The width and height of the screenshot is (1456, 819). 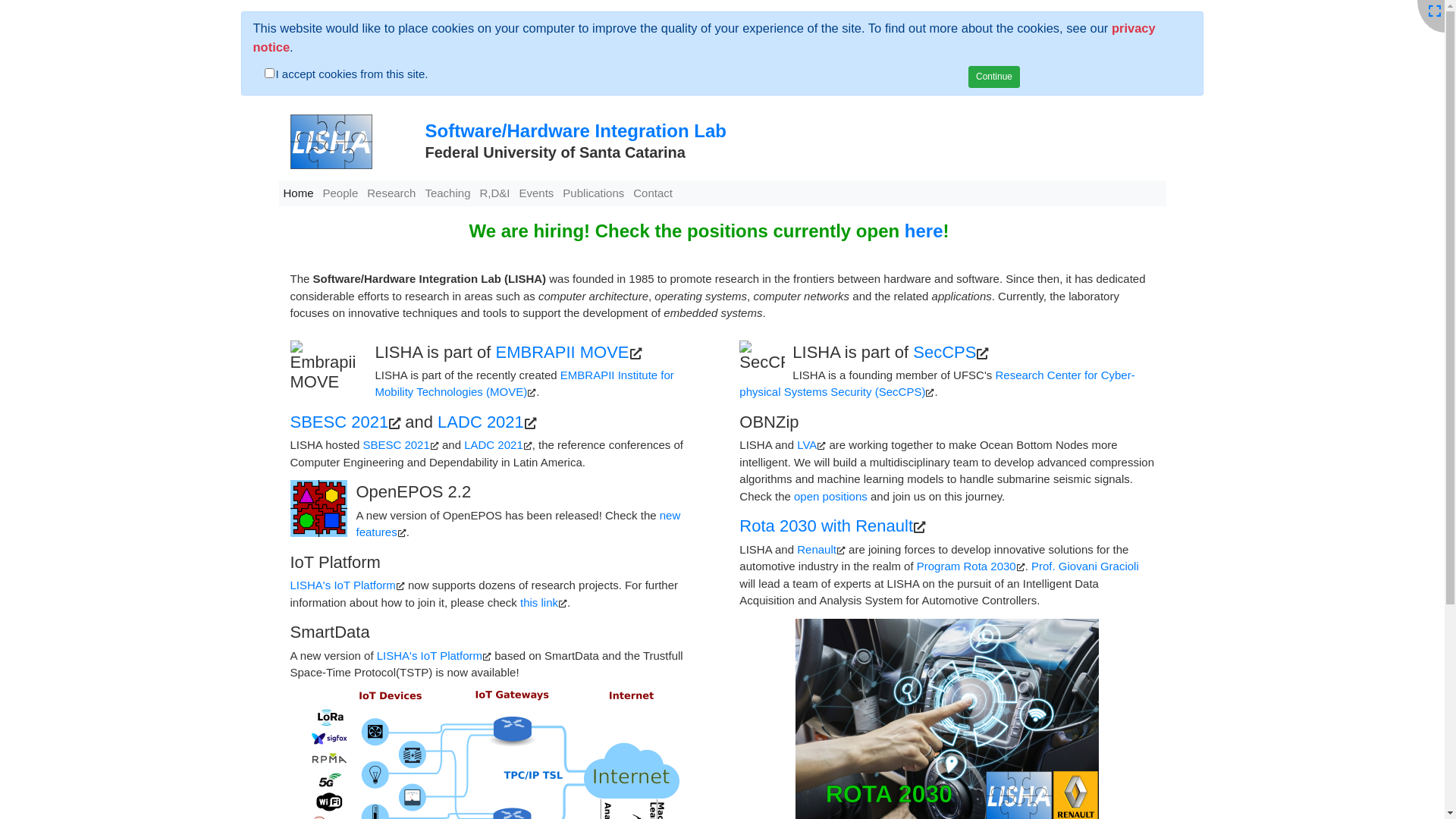 I want to click on 'R,D&I', so click(x=494, y=193).